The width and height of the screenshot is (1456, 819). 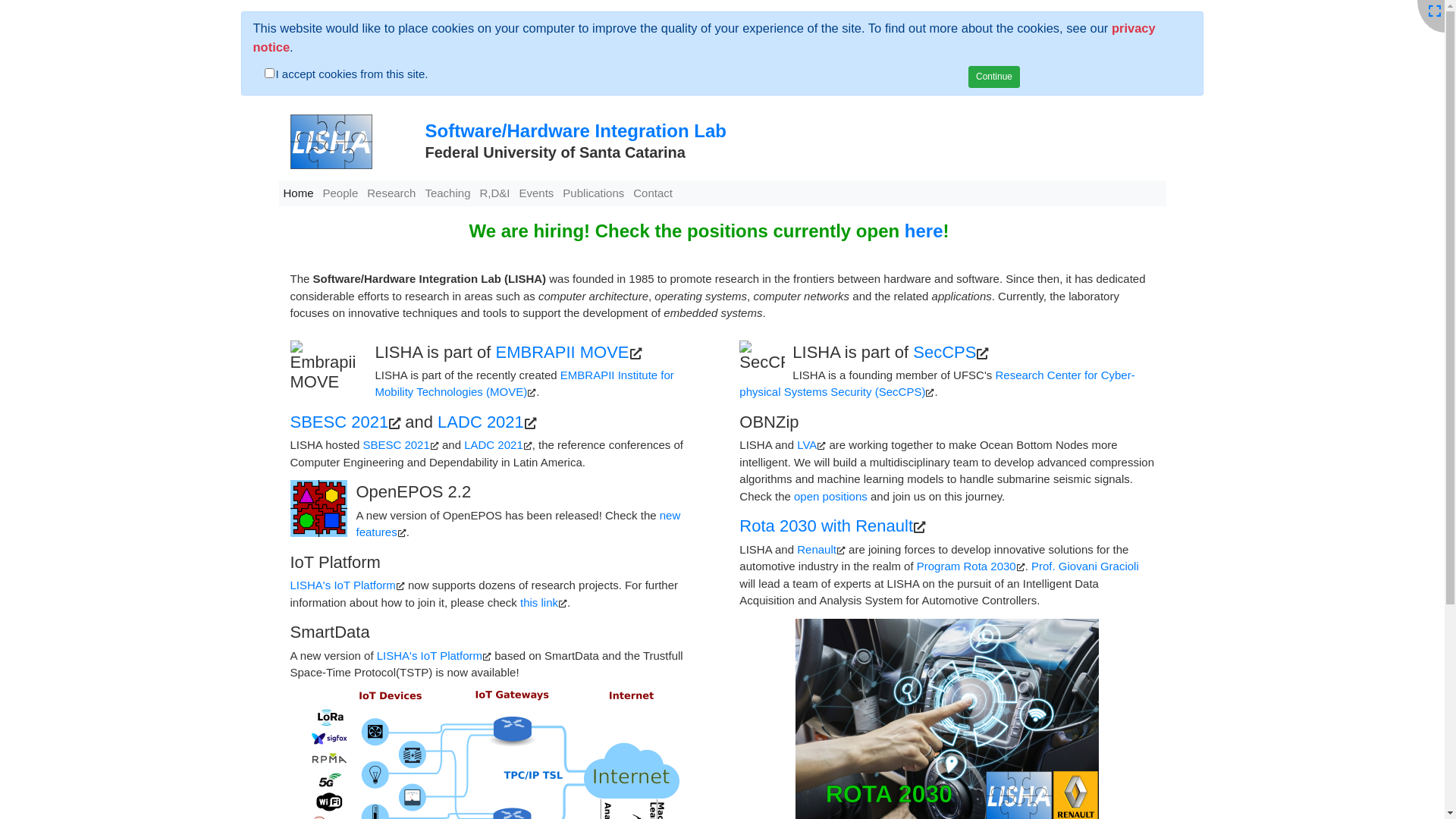 I want to click on 'R,D&I', so click(x=494, y=193).